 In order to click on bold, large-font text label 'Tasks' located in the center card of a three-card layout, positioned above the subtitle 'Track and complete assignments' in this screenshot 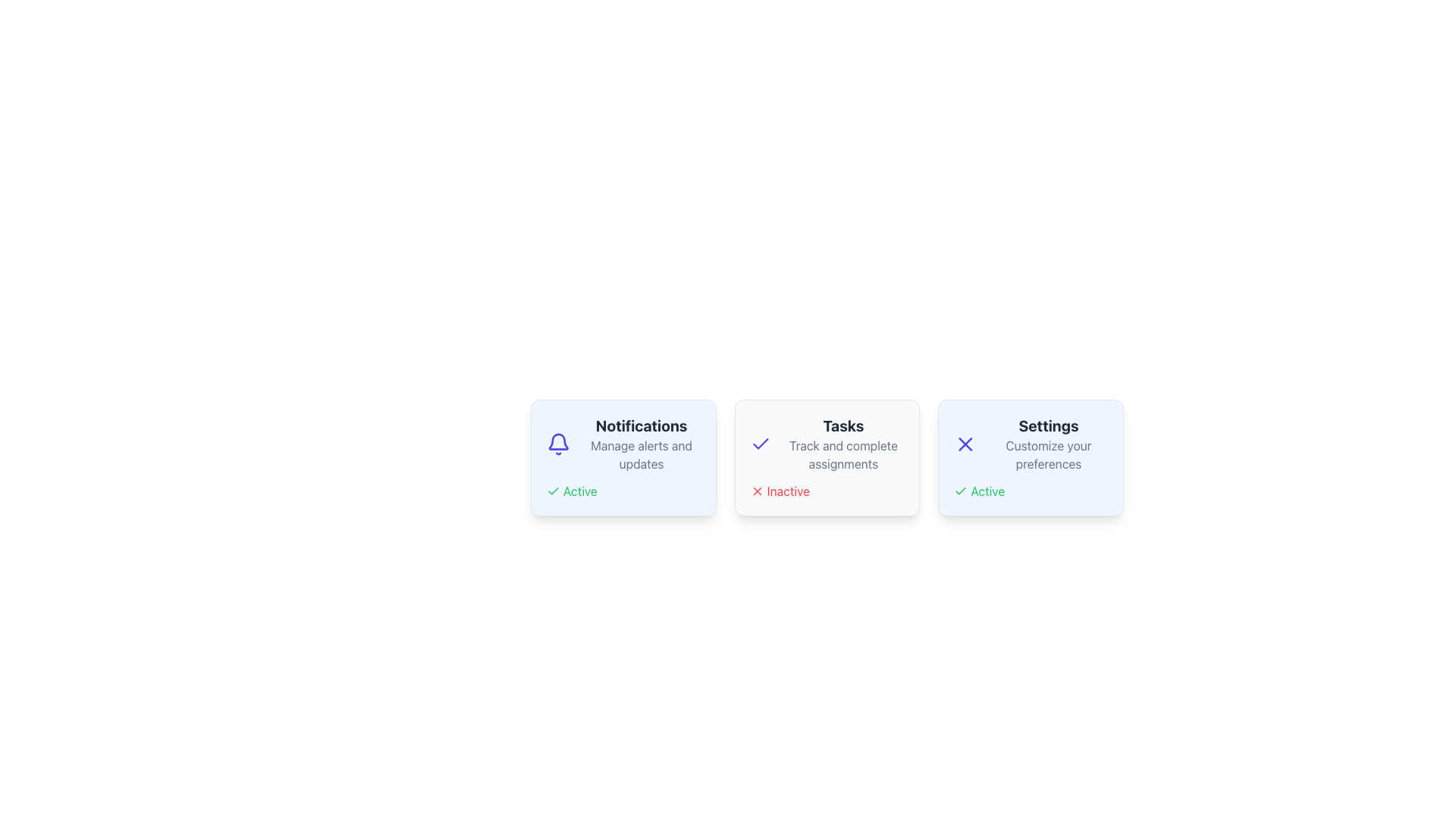, I will do `click(843, 426)`.